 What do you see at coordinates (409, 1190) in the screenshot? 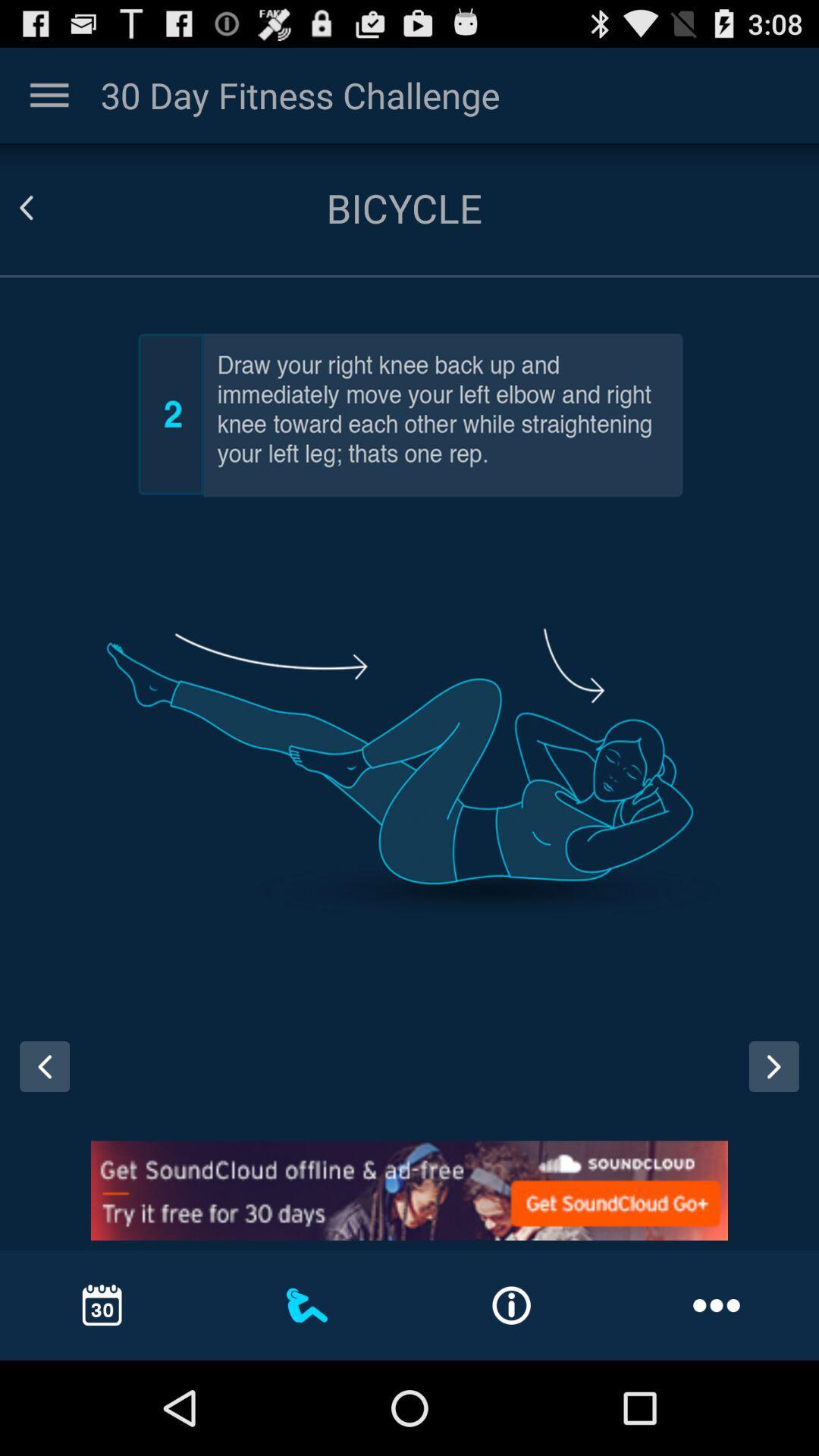
I see `advertisement` at bounding box center [409, 1190].